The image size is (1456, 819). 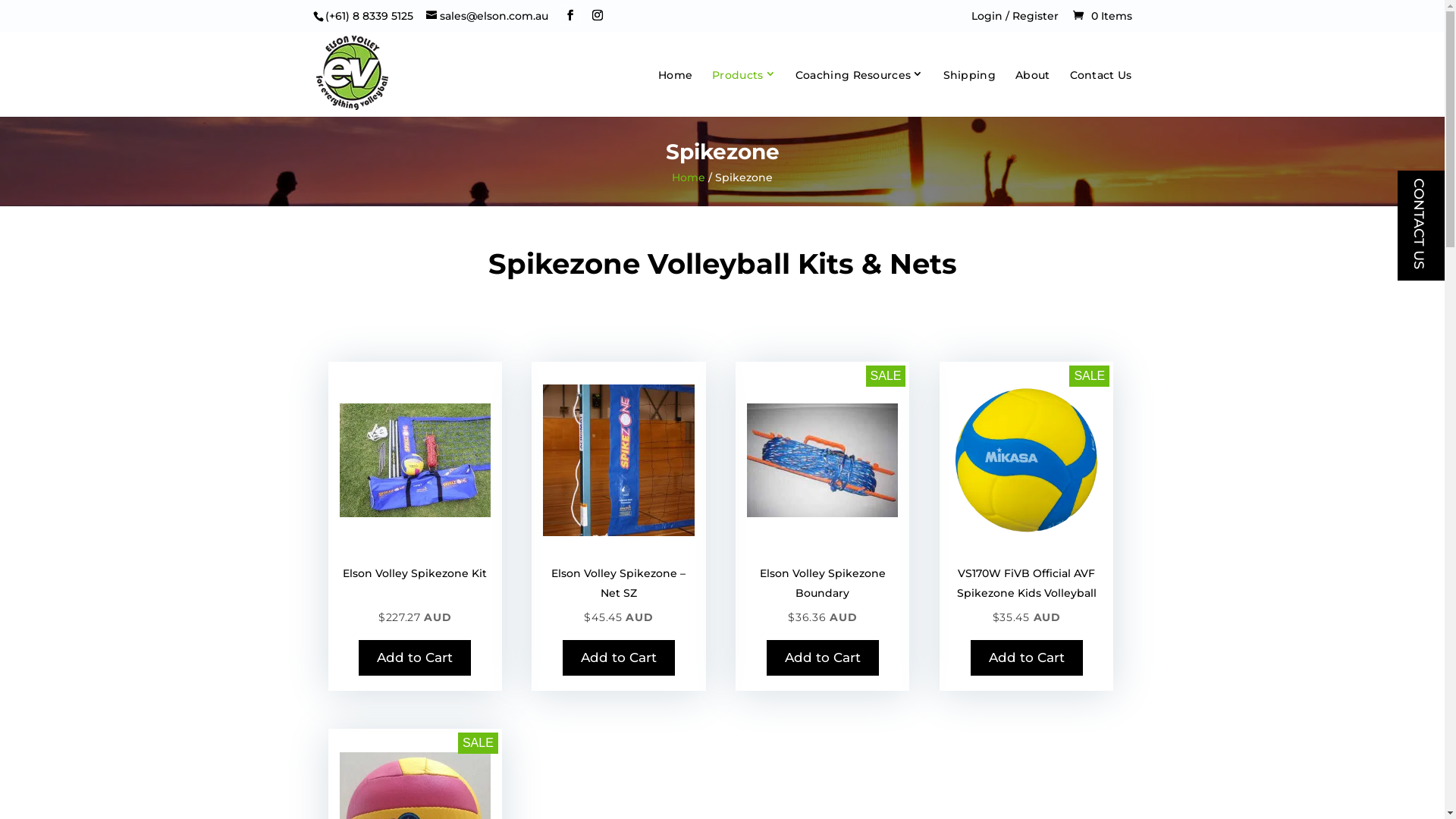 I want to click on 'Add to Cart', so click(x=1026, y=657).